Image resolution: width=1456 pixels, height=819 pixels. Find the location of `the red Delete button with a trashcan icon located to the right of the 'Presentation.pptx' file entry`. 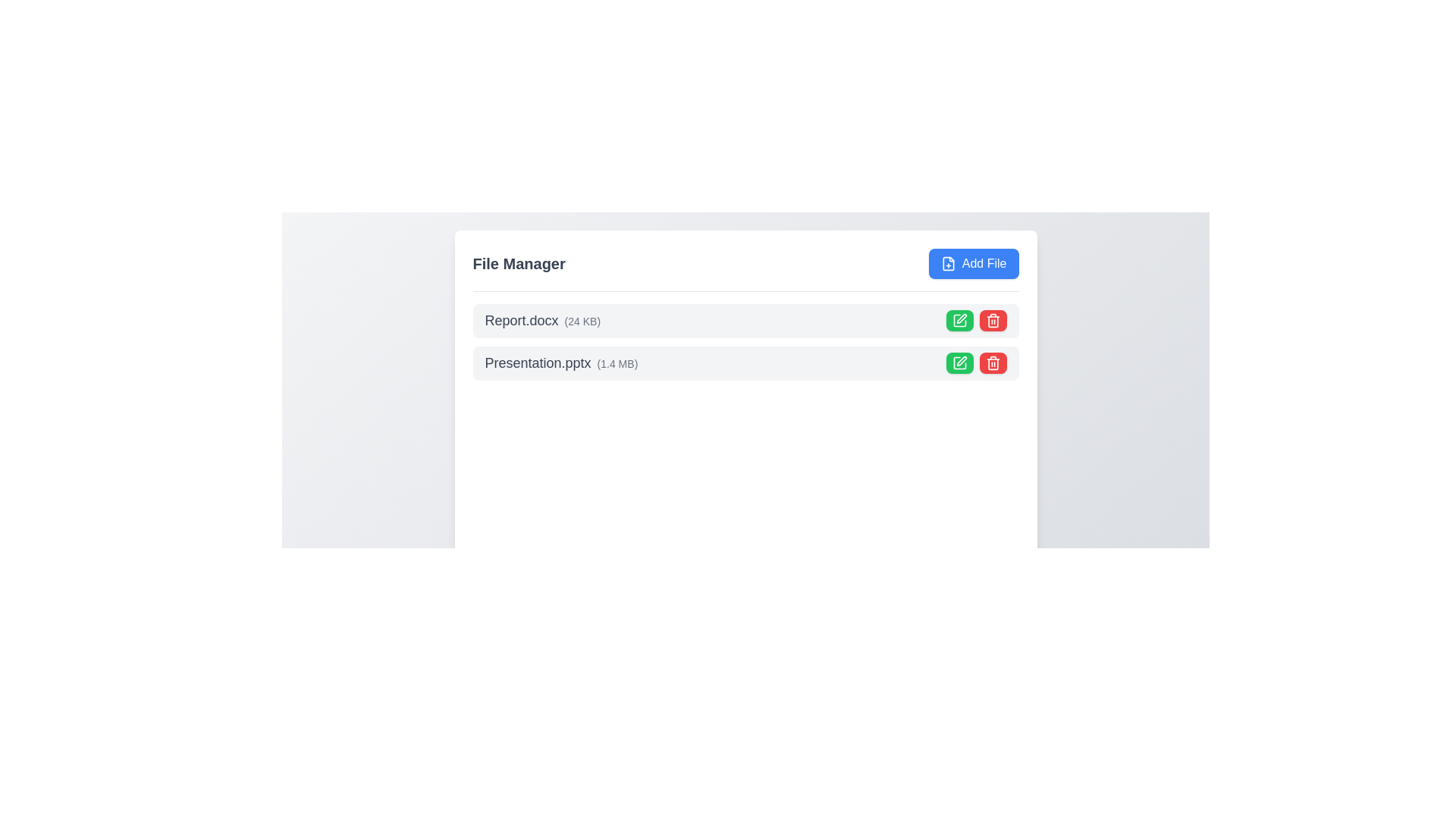

the red Delete button with a trashcan icon located to the right of the 'Presentation.pptx' file entry is located at coordinates (993, 362).